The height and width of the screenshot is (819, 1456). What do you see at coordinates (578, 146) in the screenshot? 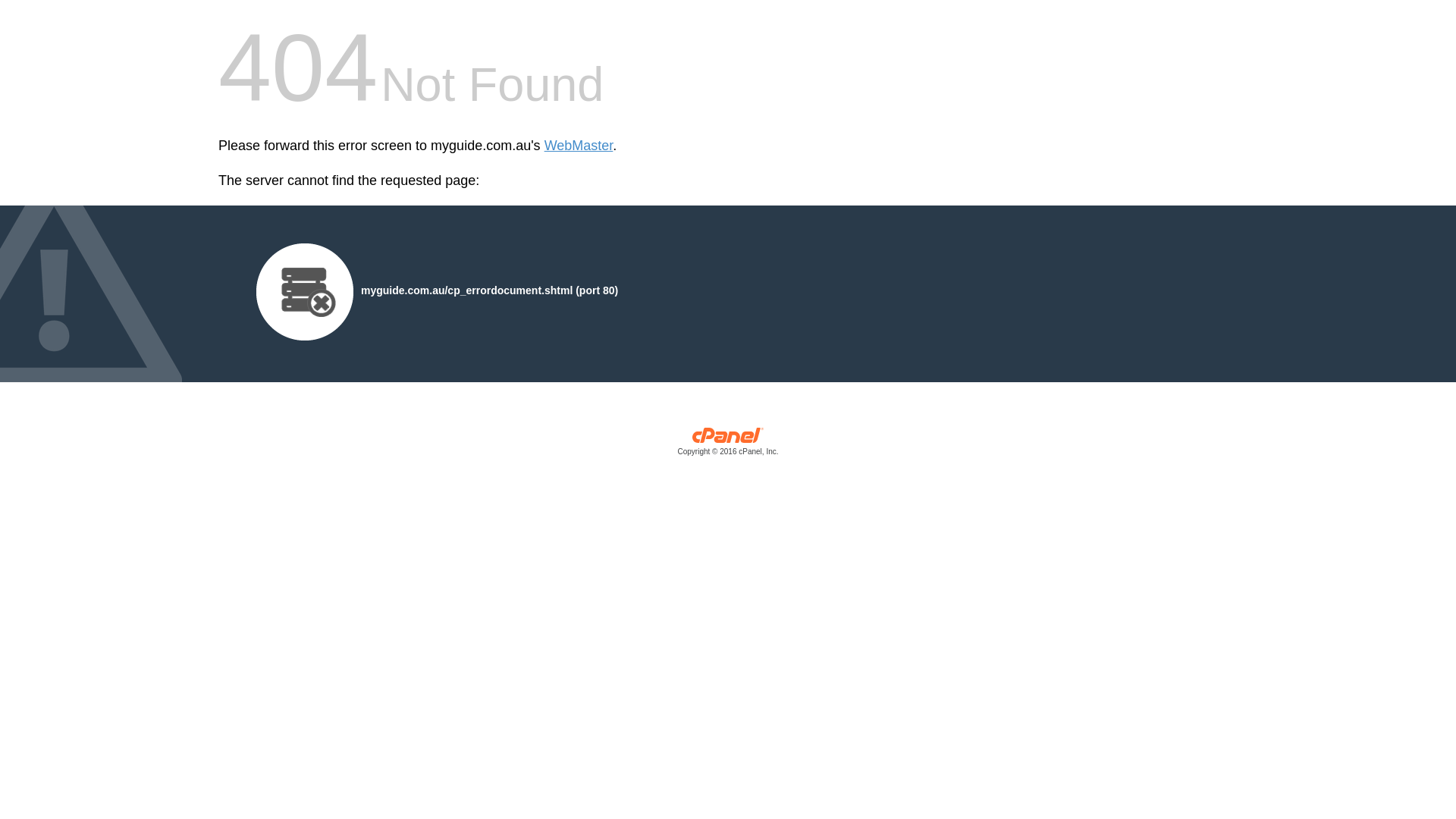
I see `'WebMaster'` at bounding box center [578, 146].